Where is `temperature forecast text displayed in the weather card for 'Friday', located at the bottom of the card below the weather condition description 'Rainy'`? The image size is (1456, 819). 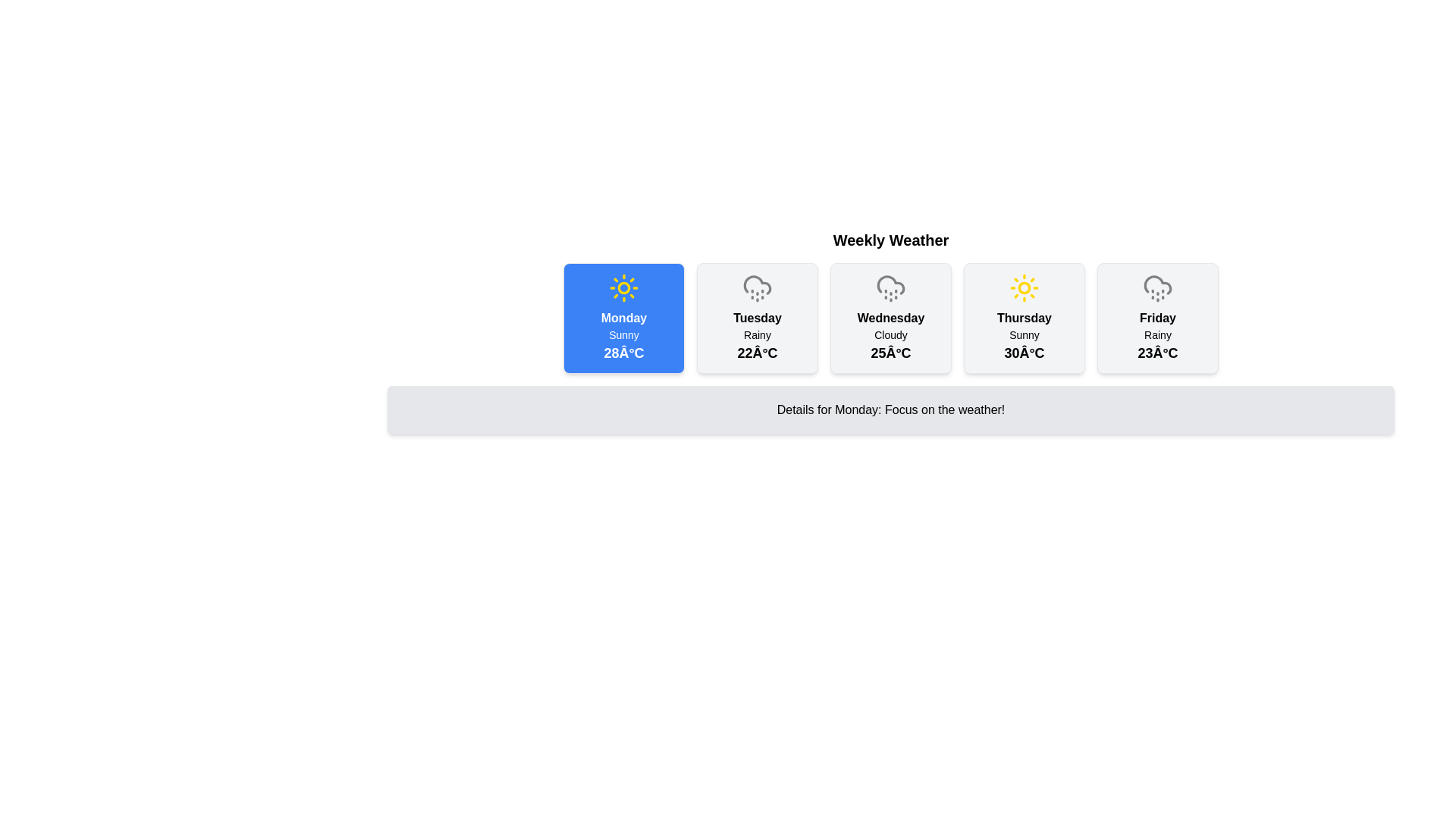
temperature forecast text displayed in the weather card for 'Friday', located at the bottom of the card below the weather condition description 'Rainy' is located at coordinates (1156, 353).